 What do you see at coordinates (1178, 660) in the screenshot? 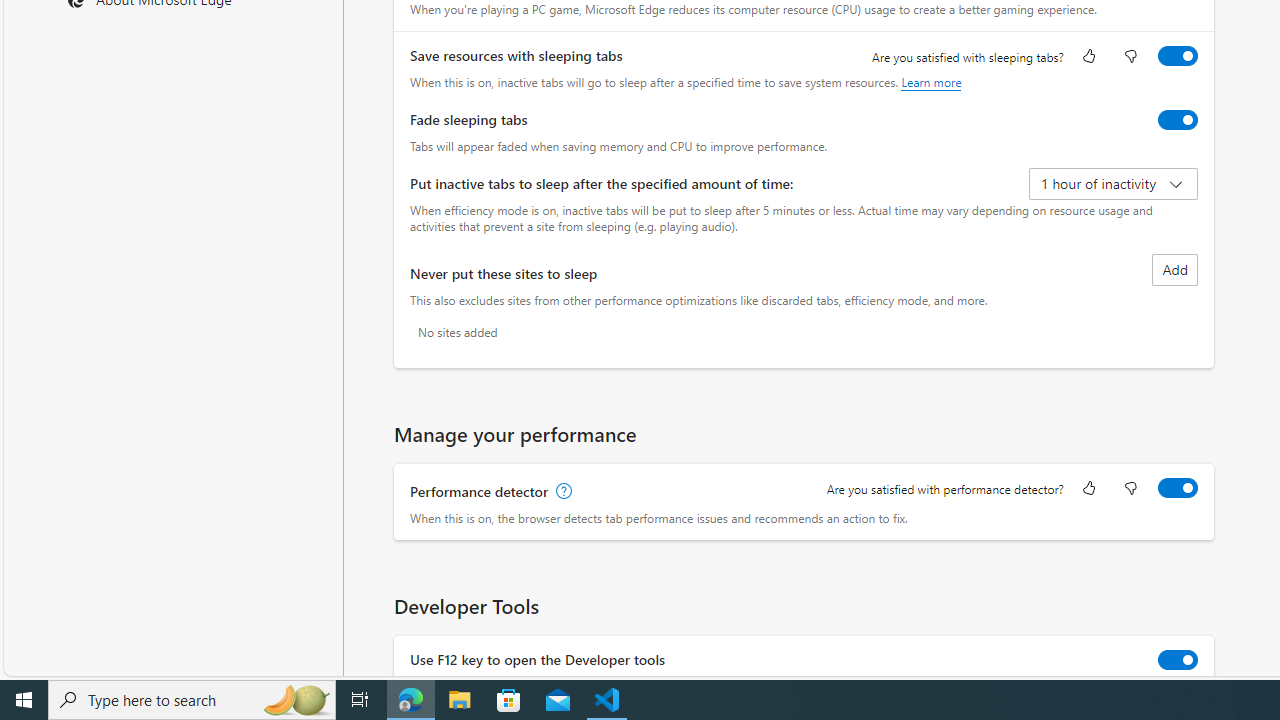
I see `'Use F12 key to open the Developer tools'` at bounding box center [1178, 660].